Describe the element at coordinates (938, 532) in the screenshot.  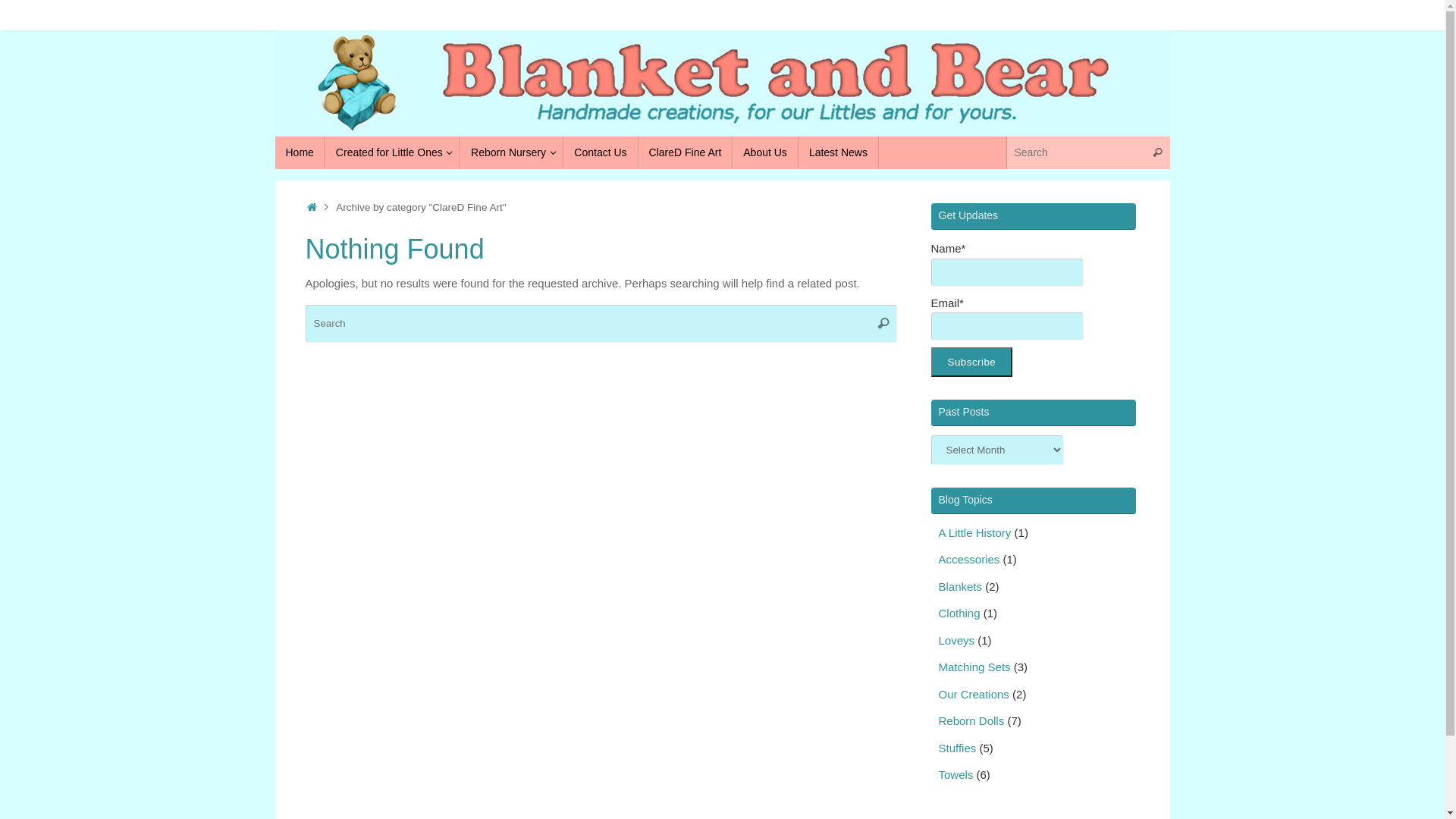
I see `'A Little History'` at that location.